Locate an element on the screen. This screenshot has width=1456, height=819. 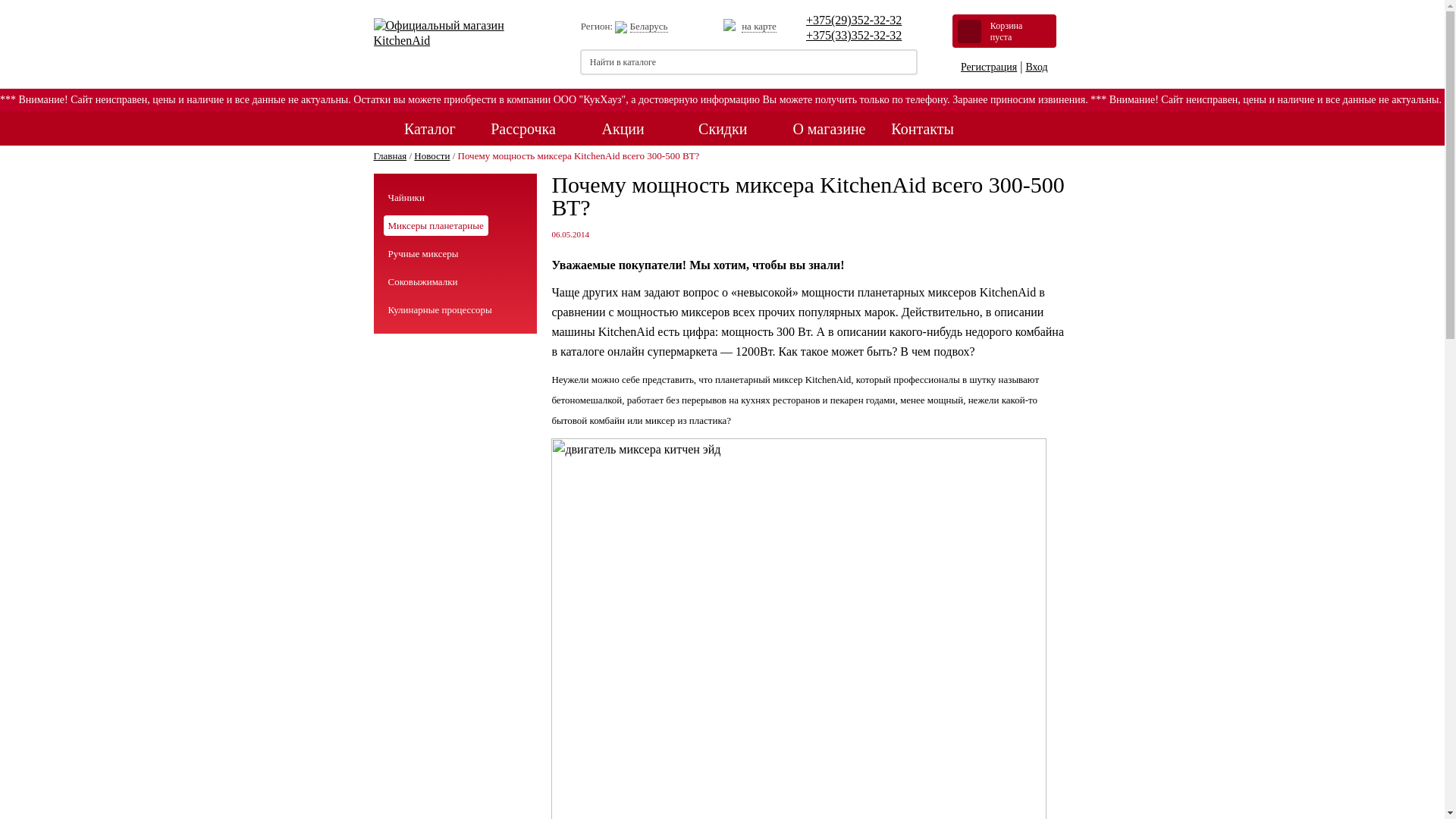
'+375(33)352-32-32' is located at coordinates (854, 34).